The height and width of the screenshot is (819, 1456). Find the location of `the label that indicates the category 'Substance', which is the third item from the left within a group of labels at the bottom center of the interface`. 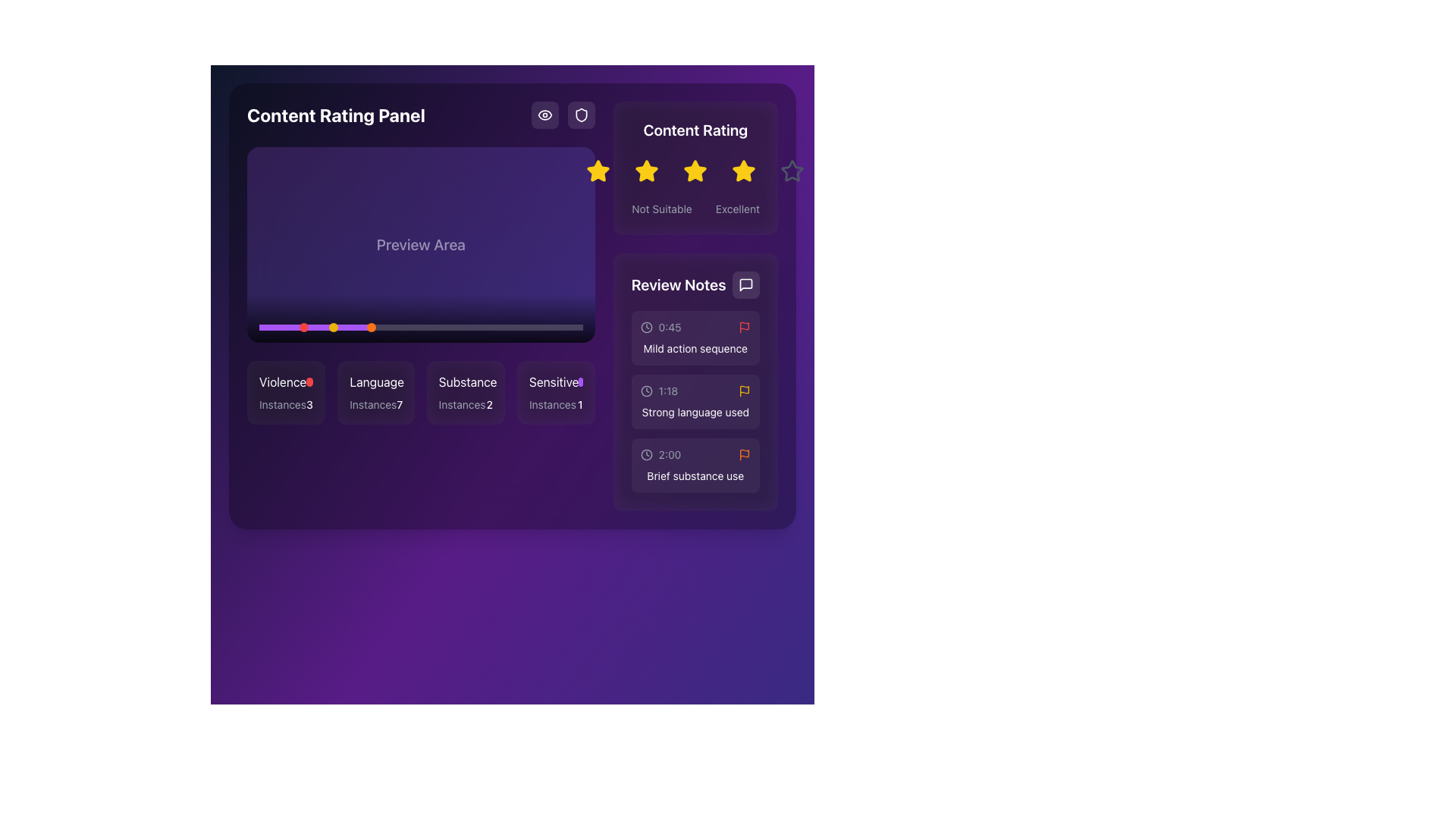

the label that indicates the category 'Substance', which is the third item from the left within a group of labels at the bottom center of the interface is located at coordinates (465, 381).